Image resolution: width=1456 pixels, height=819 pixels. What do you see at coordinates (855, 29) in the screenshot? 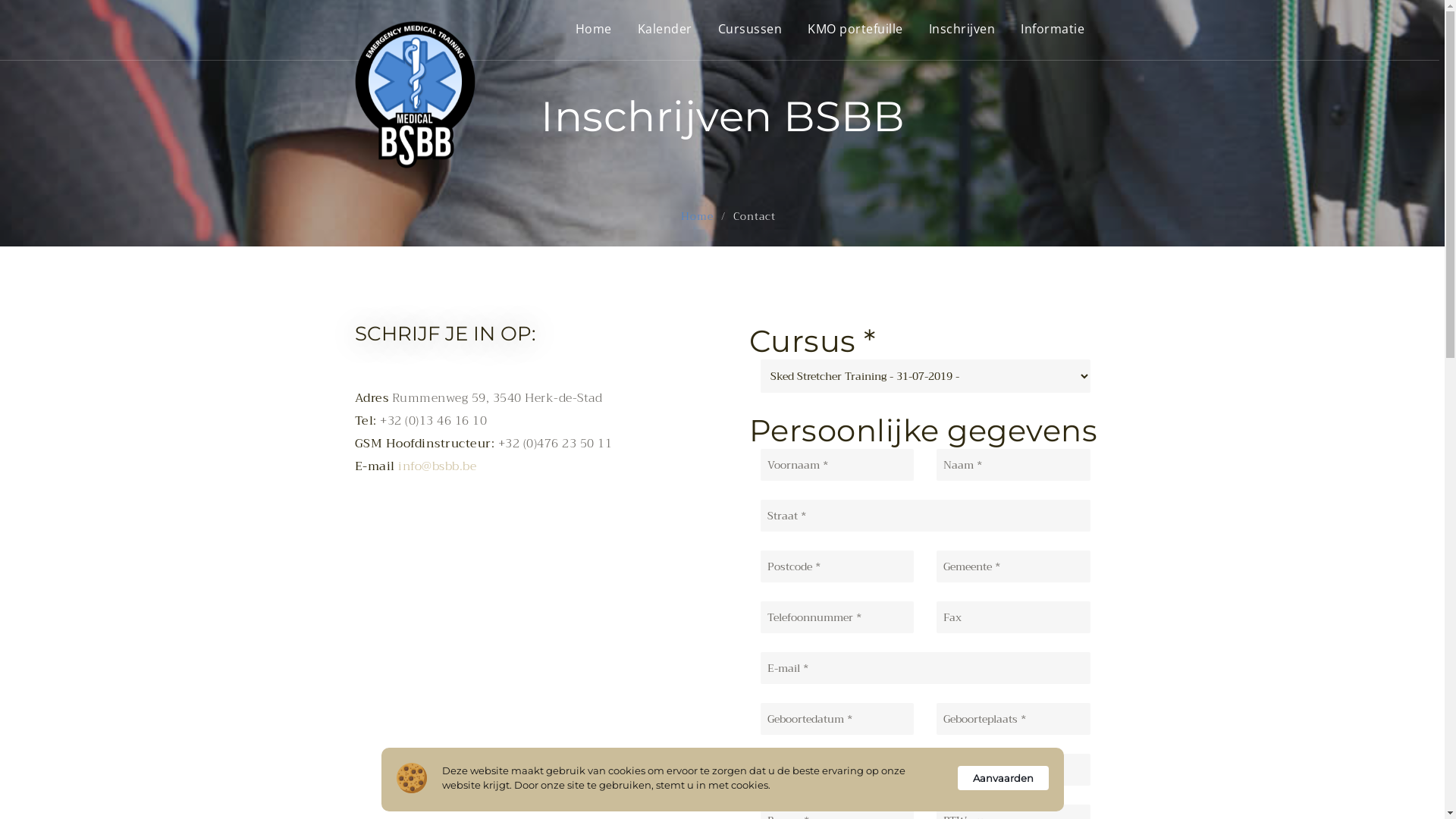
I see `'KMO portefuille'` at bounding box center [855, 29].